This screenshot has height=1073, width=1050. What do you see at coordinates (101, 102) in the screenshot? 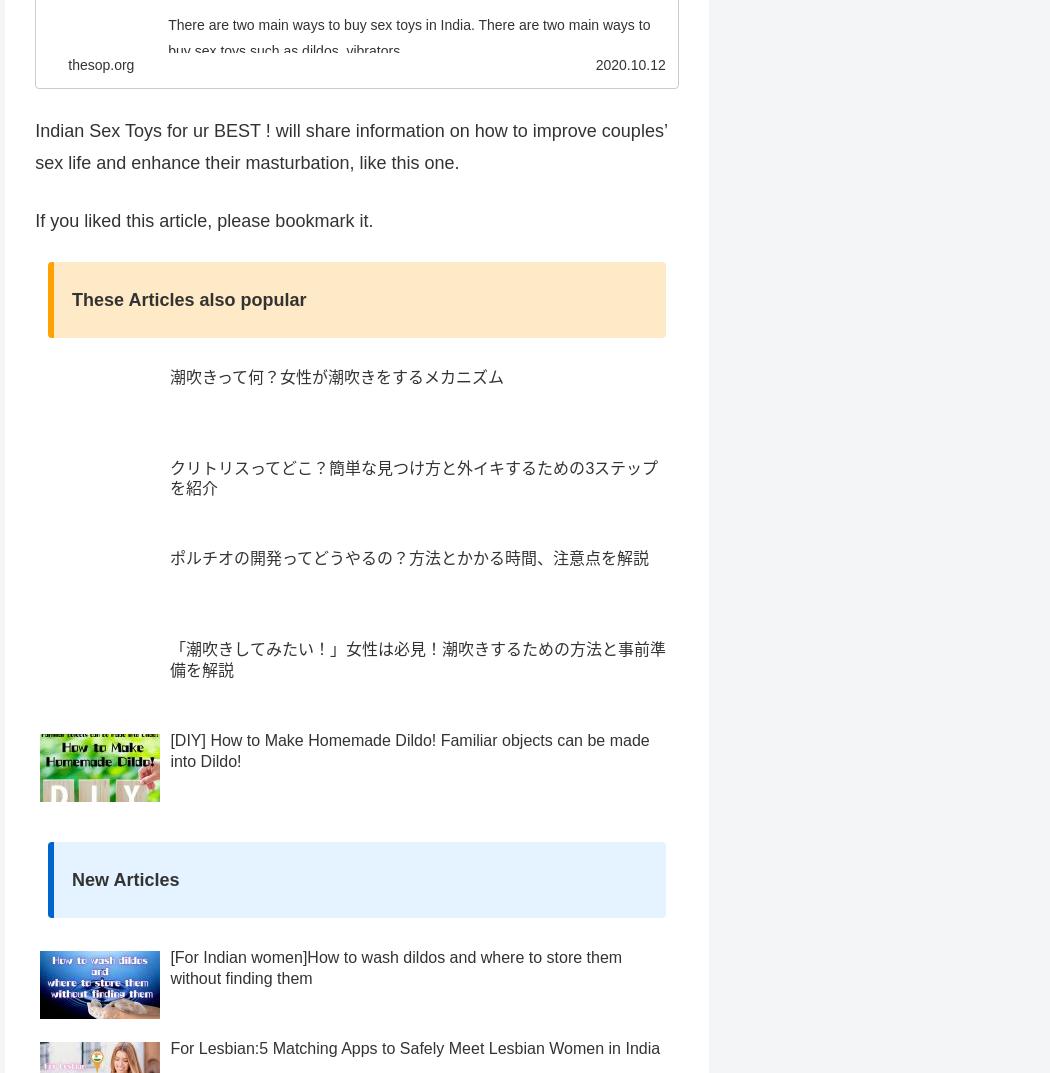
I see `'thesop.org'` at bounding box center [101, 102].